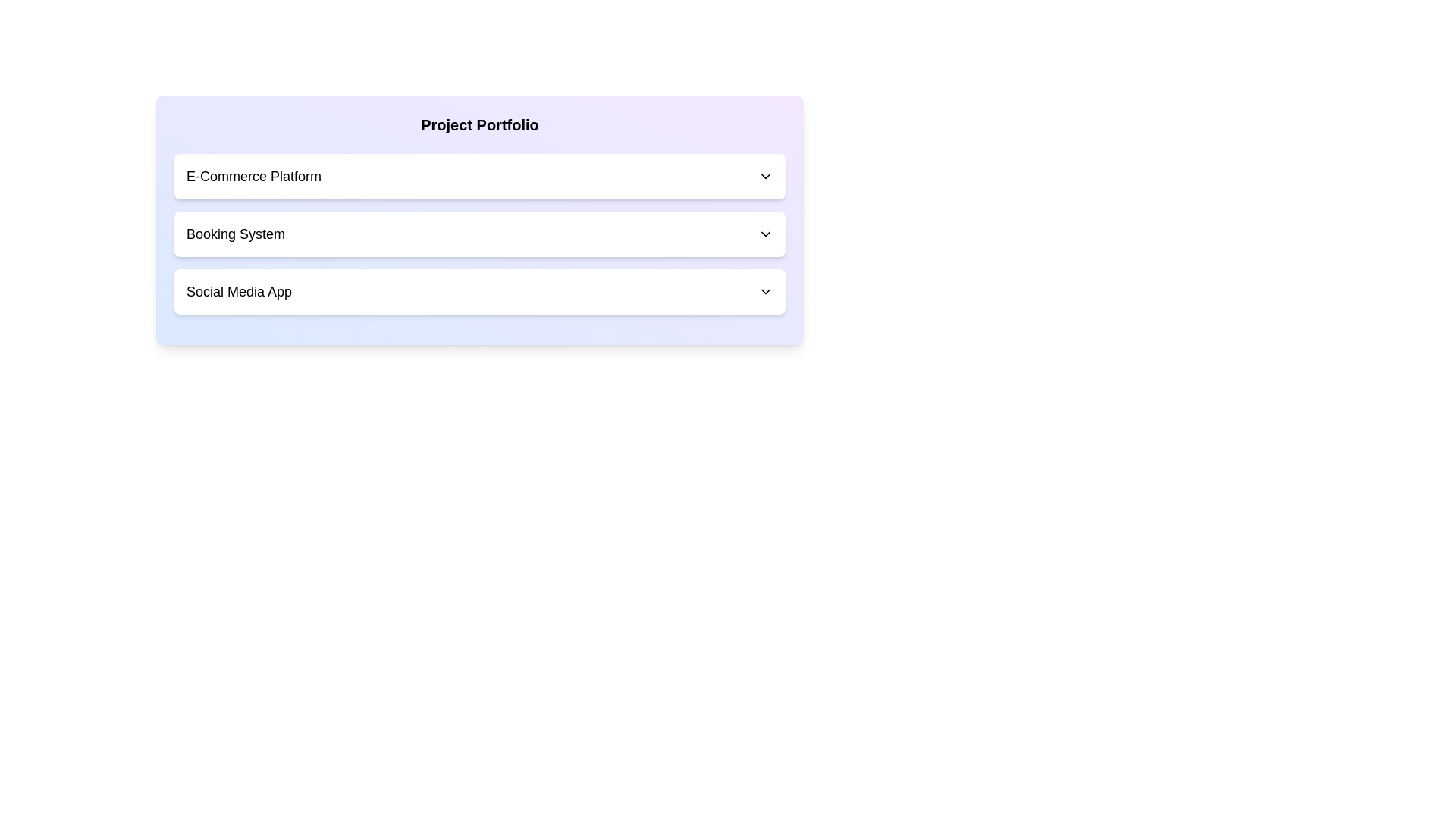 The width and height of the screenshot is (1456, 819). Describe the element at coordinates (765, 292) in the screenshot. I see `the Chevron icon associated with the 'Social Media App' dropdown menu, which is a small, downward-pointing arrow` at that location.